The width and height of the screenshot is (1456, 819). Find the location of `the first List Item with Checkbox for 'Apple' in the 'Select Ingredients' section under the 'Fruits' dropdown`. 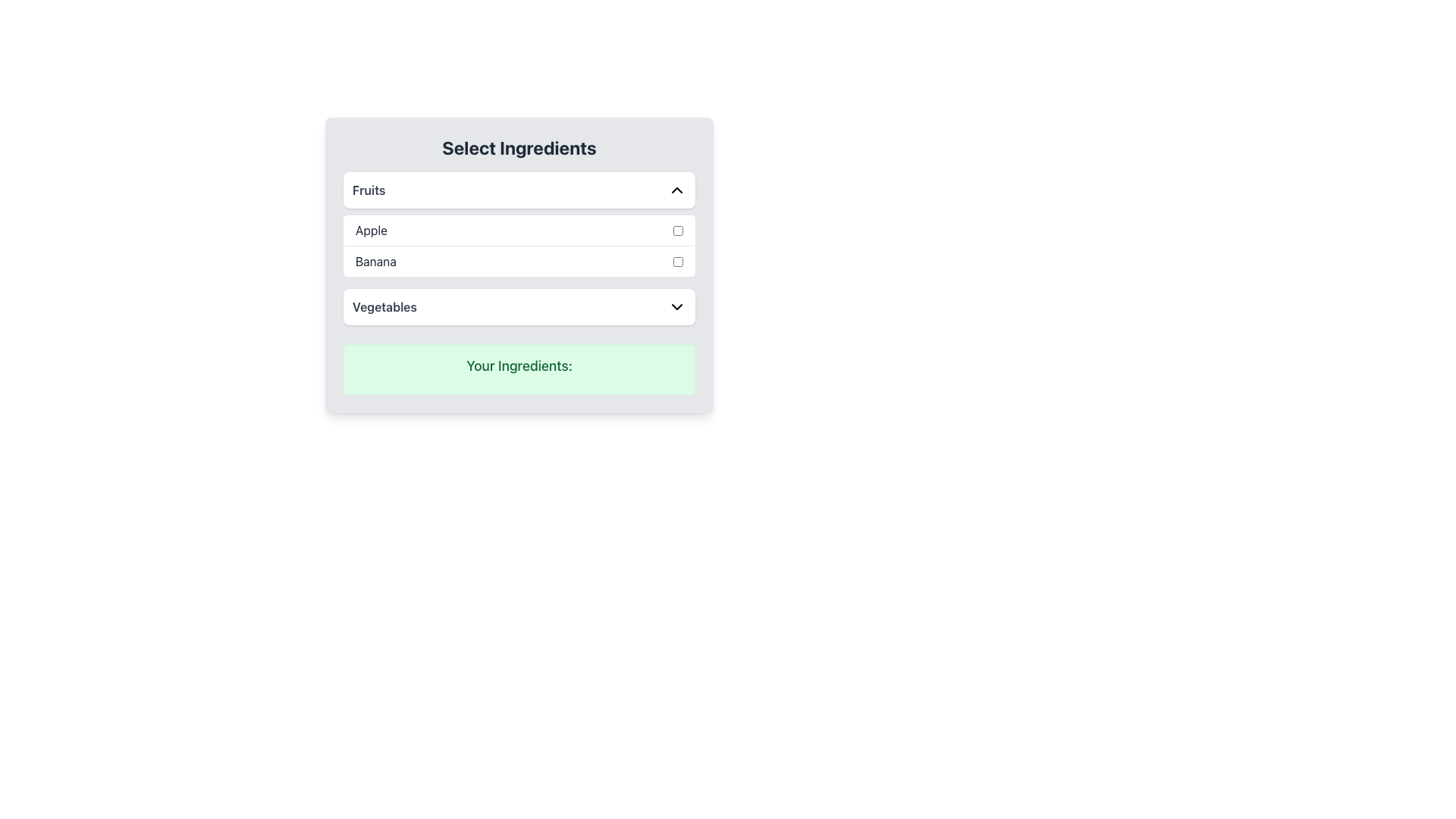

the first List Item with Checkbox for 'Apple' in the 'Select Ingredients' section under the 'Fruits' dropdown is located at coordinates (519, 230).